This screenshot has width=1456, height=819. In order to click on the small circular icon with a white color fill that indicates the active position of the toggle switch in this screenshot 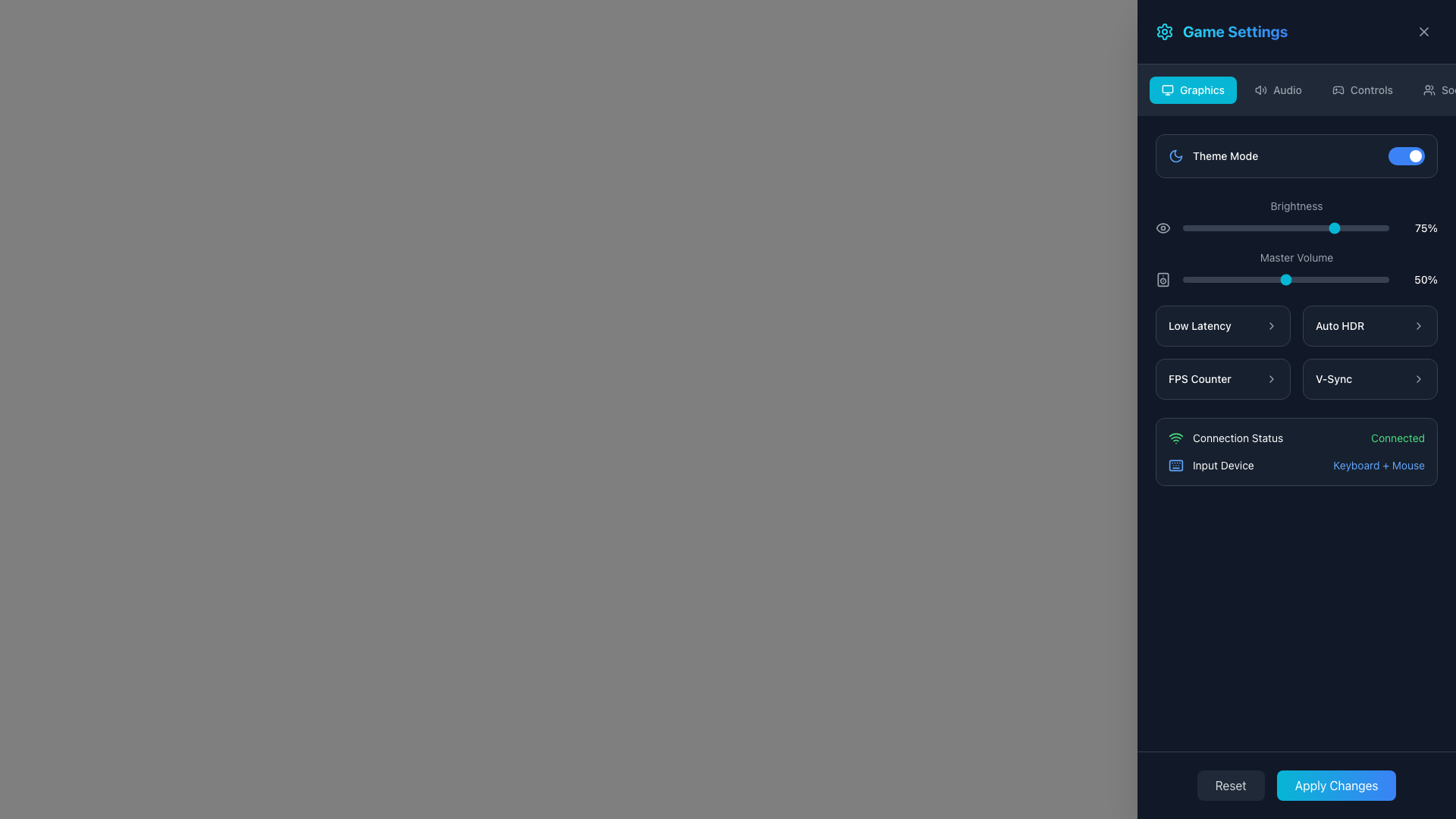, I will do `click(1415, 155)`.